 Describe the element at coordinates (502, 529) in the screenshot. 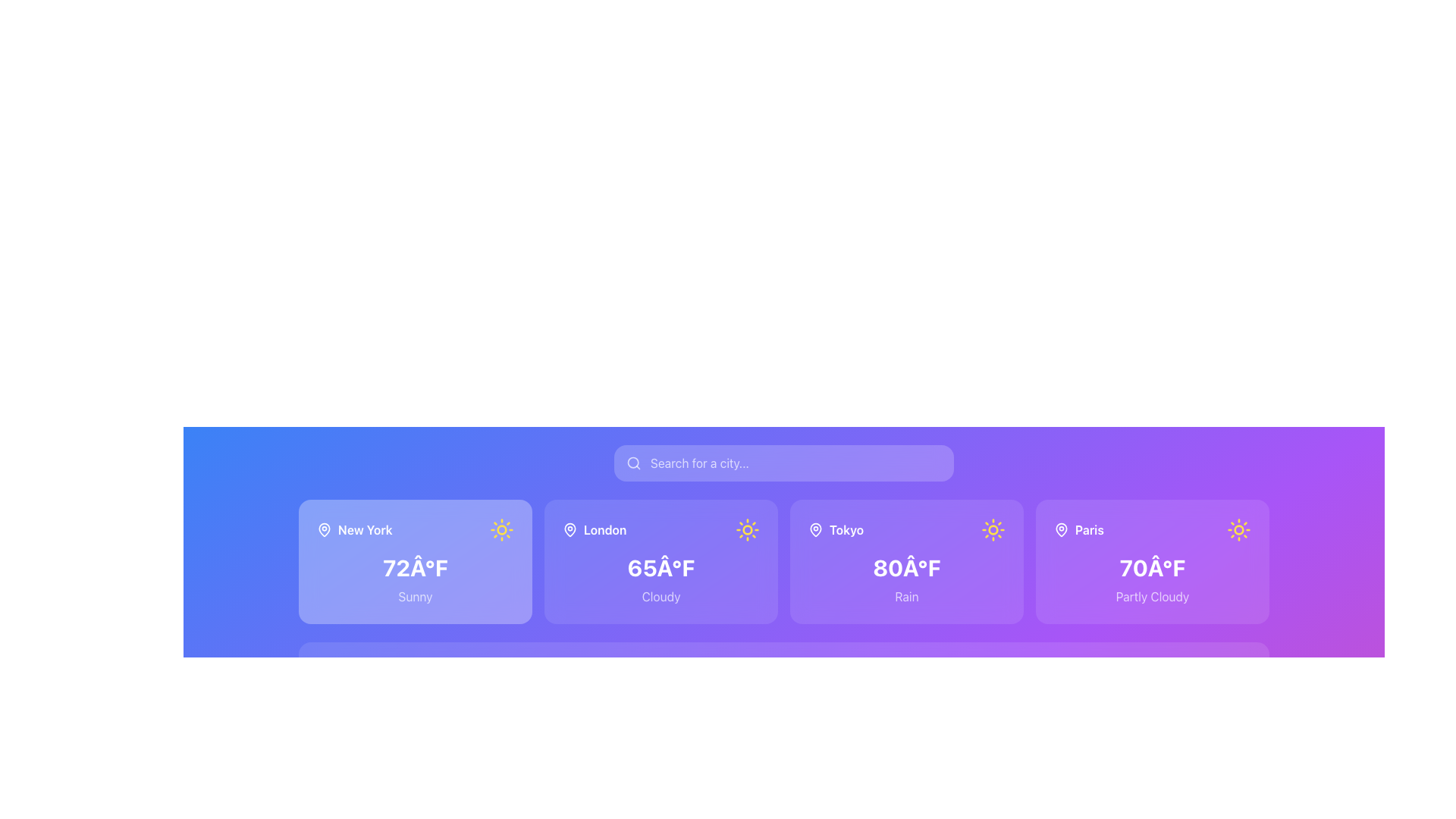

I see `the small circle centered within the sun icon on the weather card for 'New York.'` at that location.